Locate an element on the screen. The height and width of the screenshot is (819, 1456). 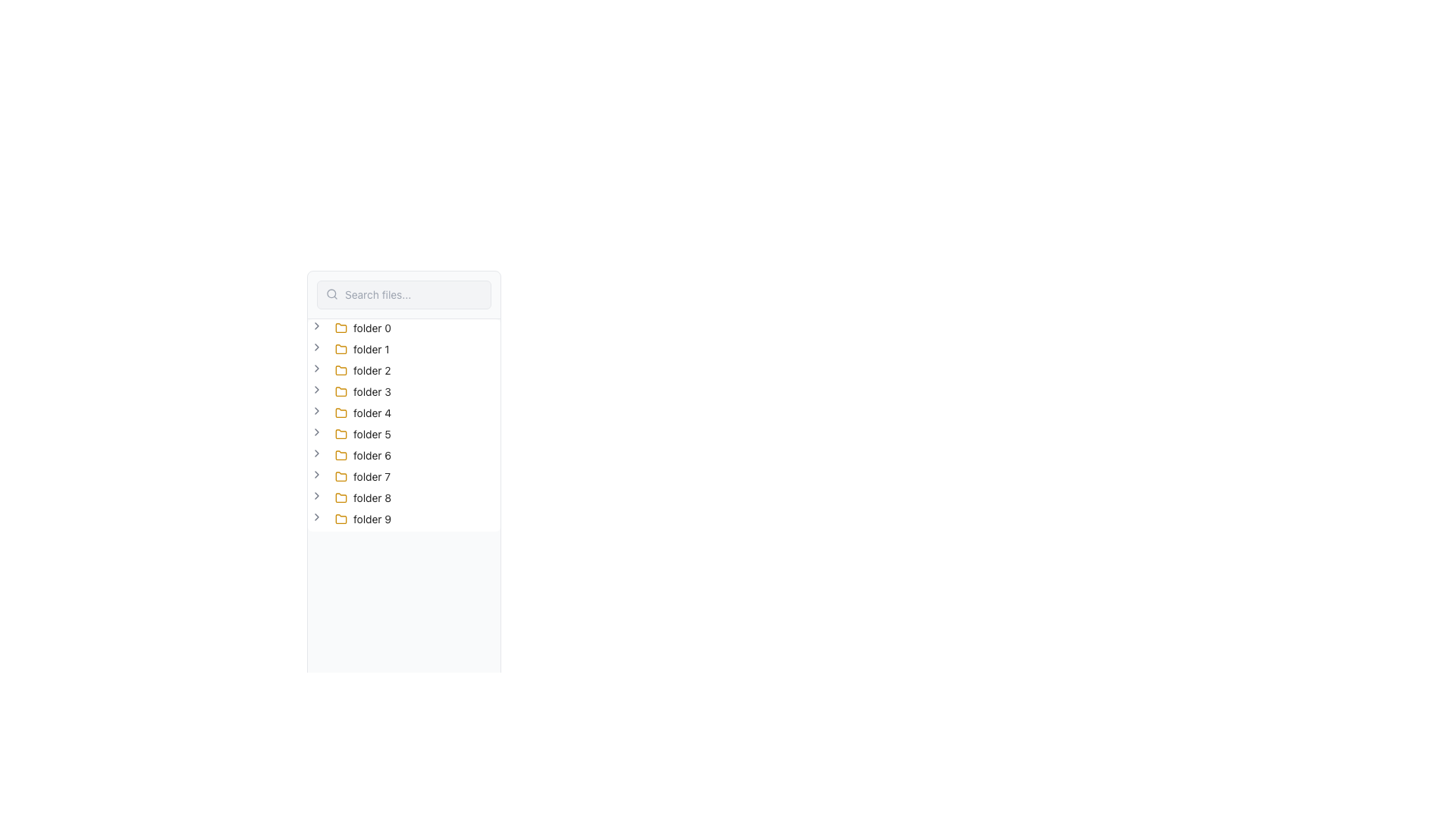
the gray chevron icon next to the 'folder 1' label is located at coordinates (315, 350).